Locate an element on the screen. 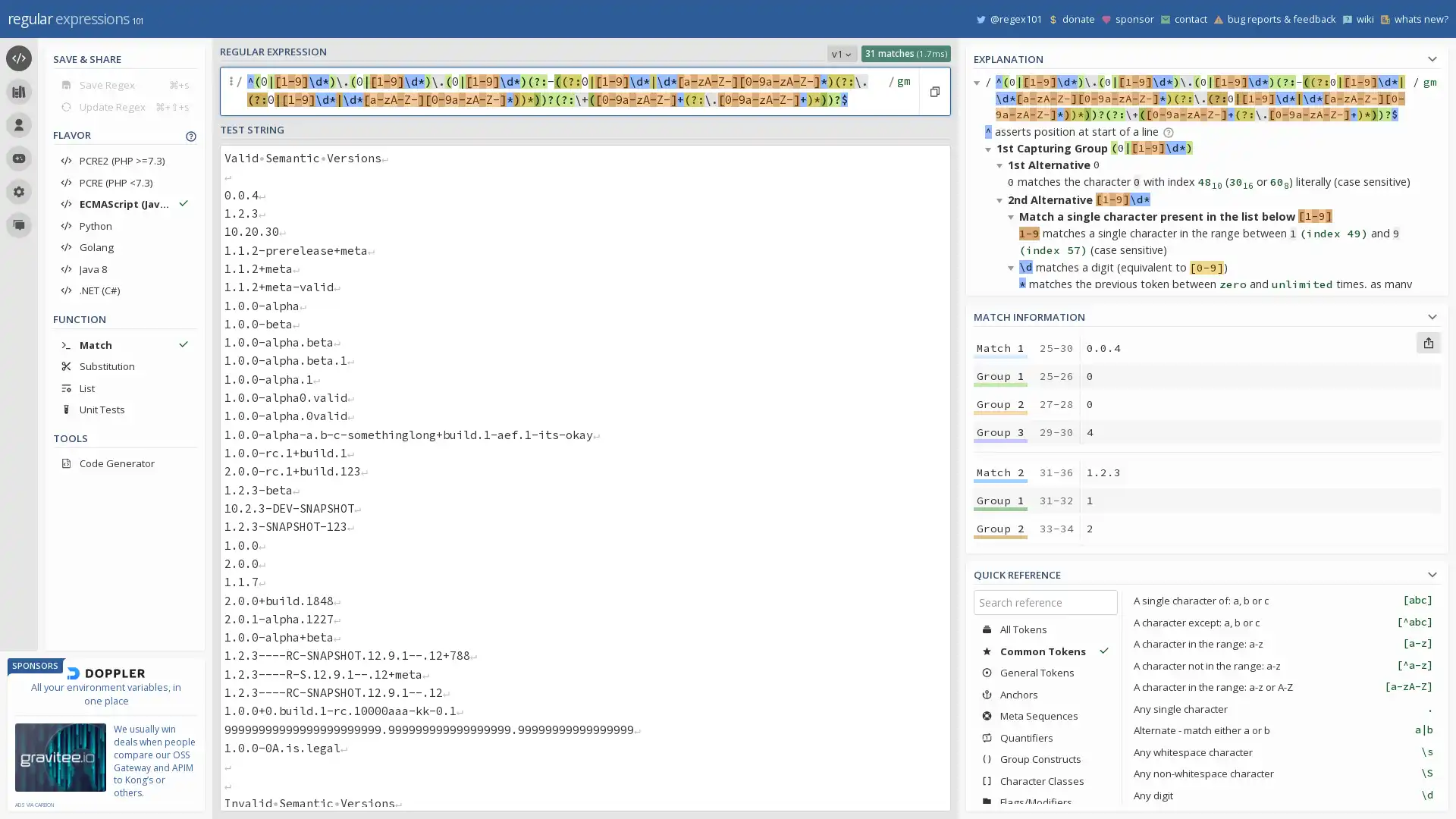  Collapse Subtree is located at coordinates (979, 82).